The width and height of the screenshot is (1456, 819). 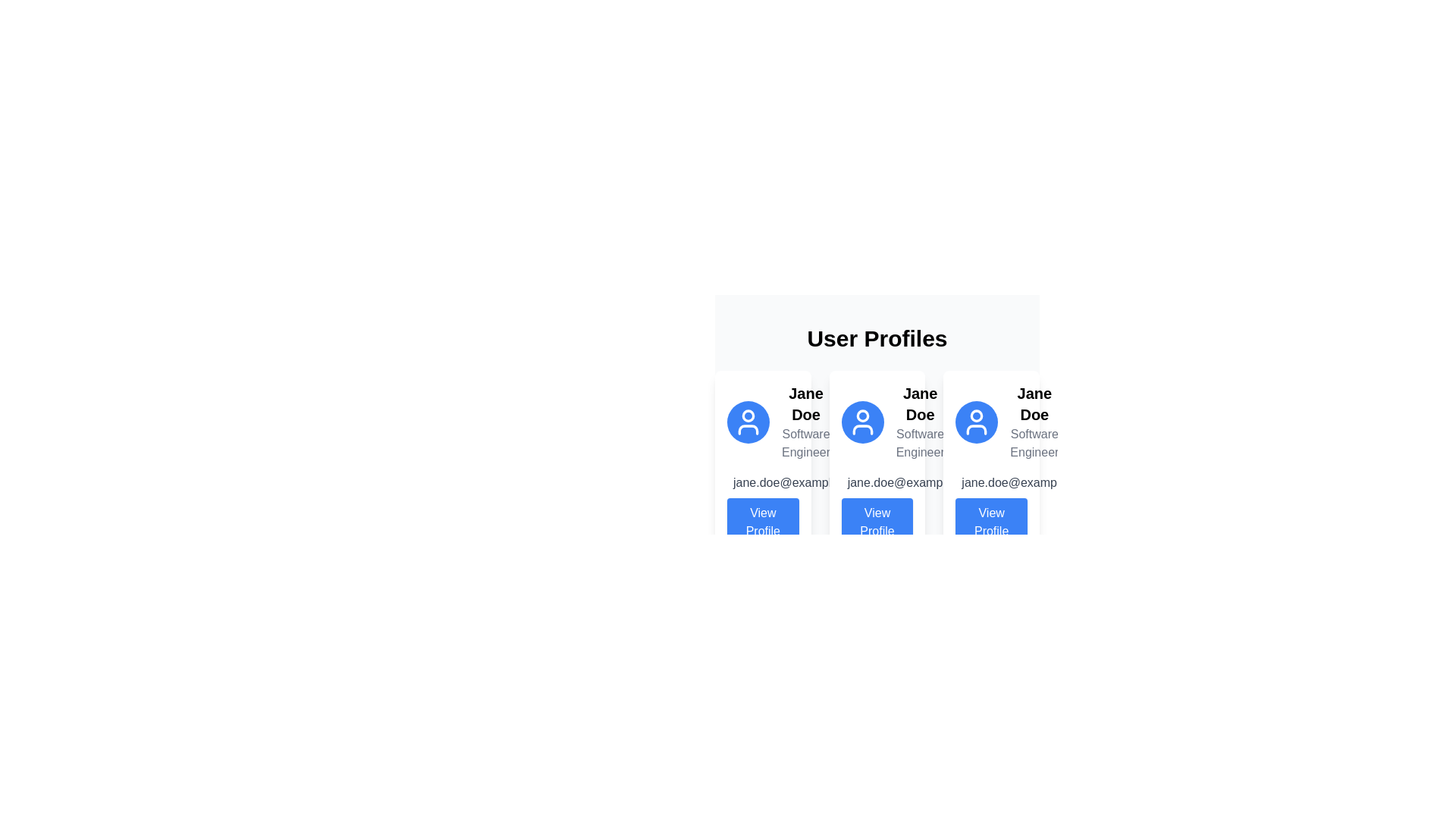 I want to click on the white outlined user icon located in the first user profile card of the 'User Profiles' section, which is centrally aligned within a blue circular background, so click(x=748, y=422).